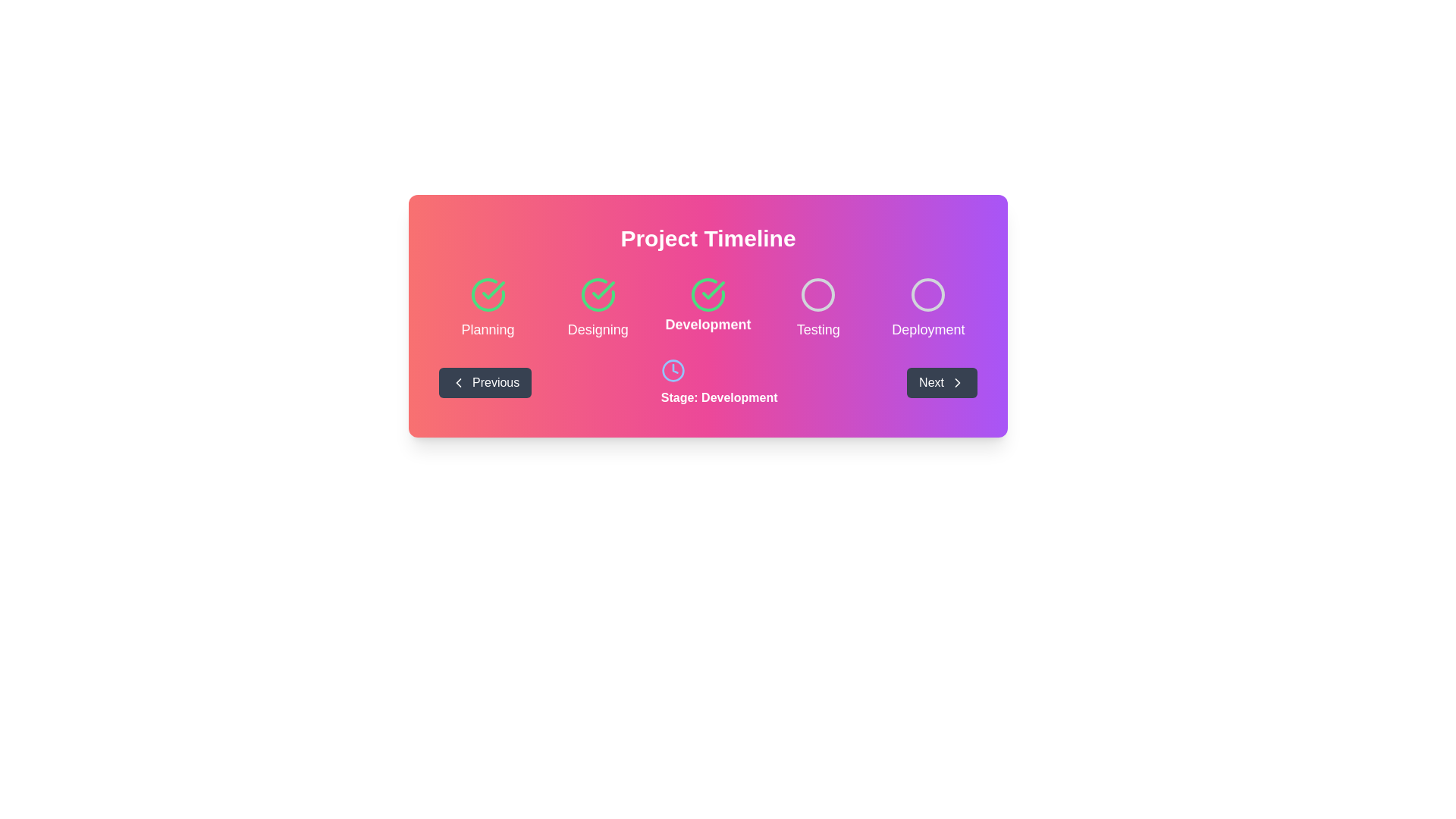  Describe the element at coordinates (707, 327) in the screenshot. I see `the Text label indicating the current stage of the process in the project timeline, located centrally below the checked circle icon` at that location.